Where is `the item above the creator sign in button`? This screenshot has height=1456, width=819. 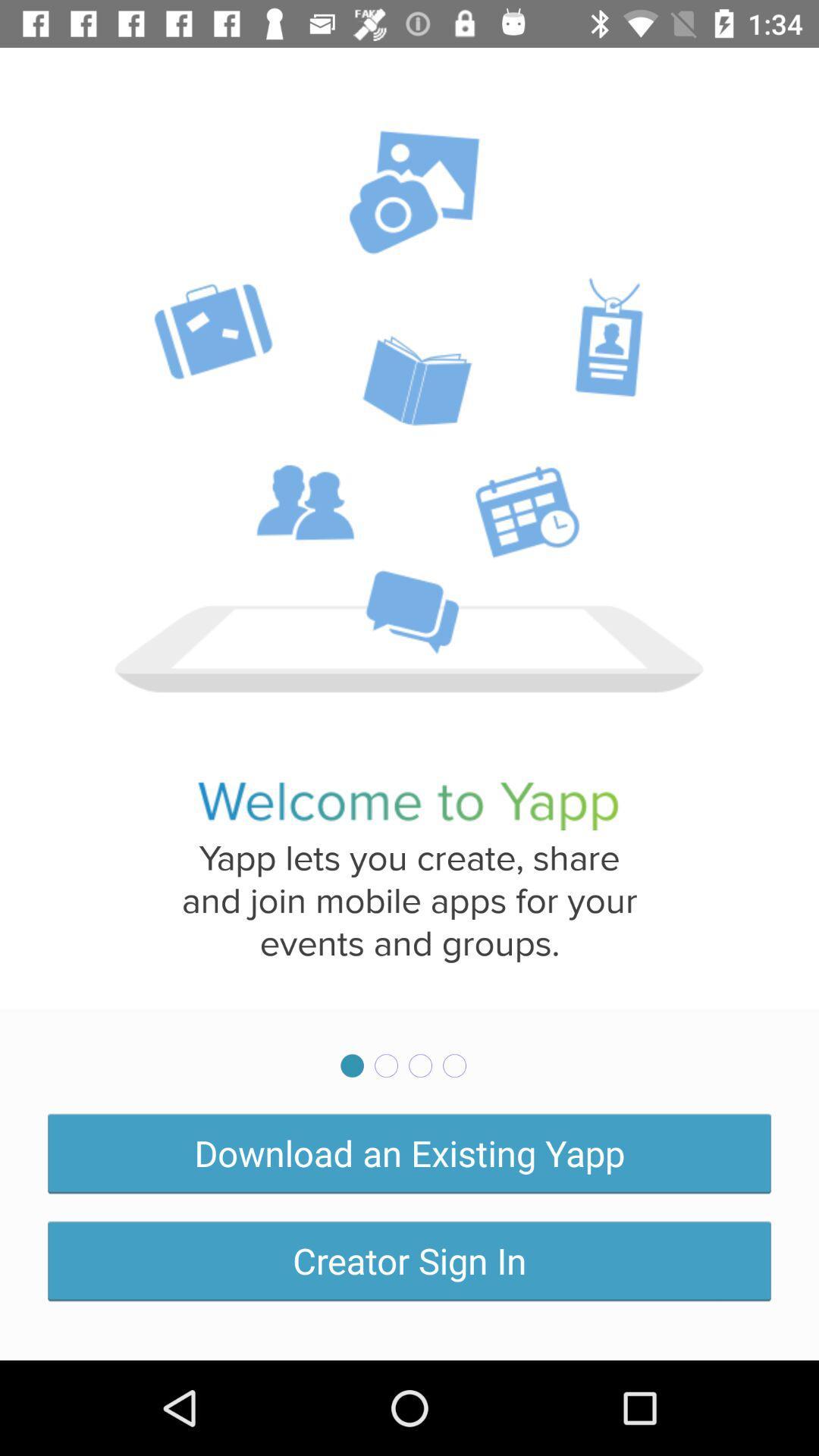 the item above the creator sign in button is located at coordinates (409, 1153).